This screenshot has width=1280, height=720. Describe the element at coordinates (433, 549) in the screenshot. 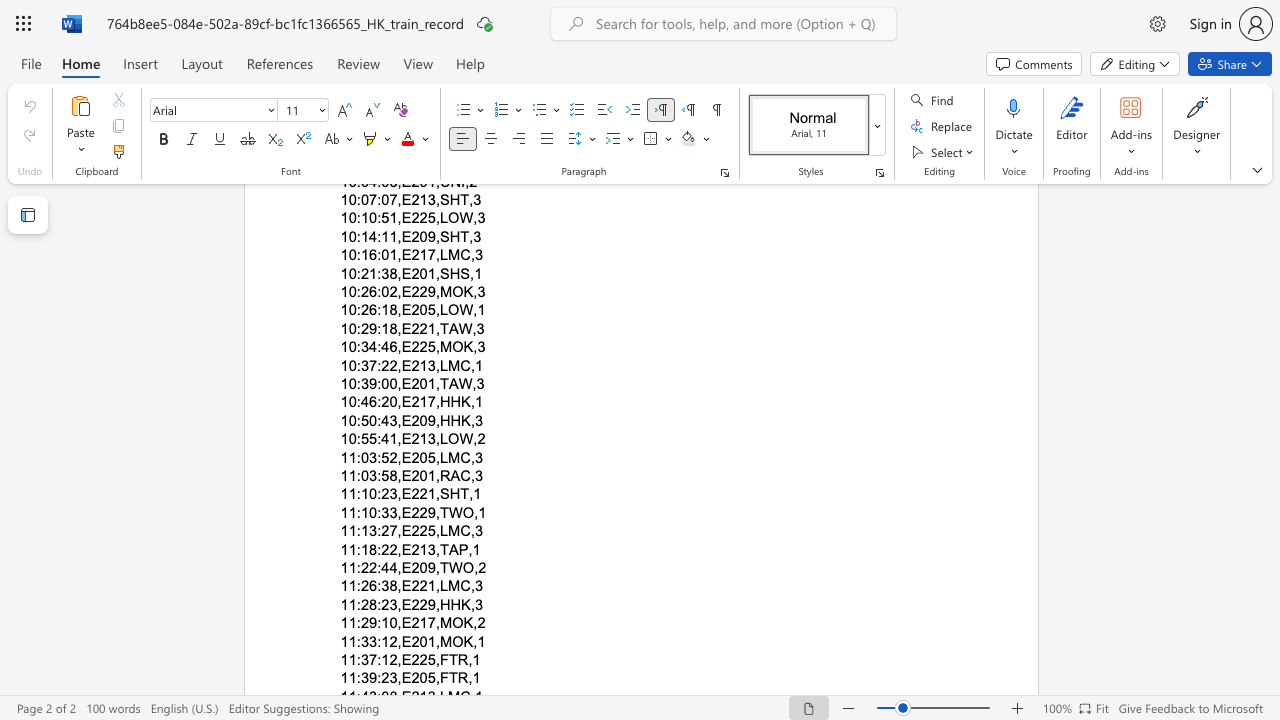

I see `the space between the continuous character "3" and "," in the text` at that location.